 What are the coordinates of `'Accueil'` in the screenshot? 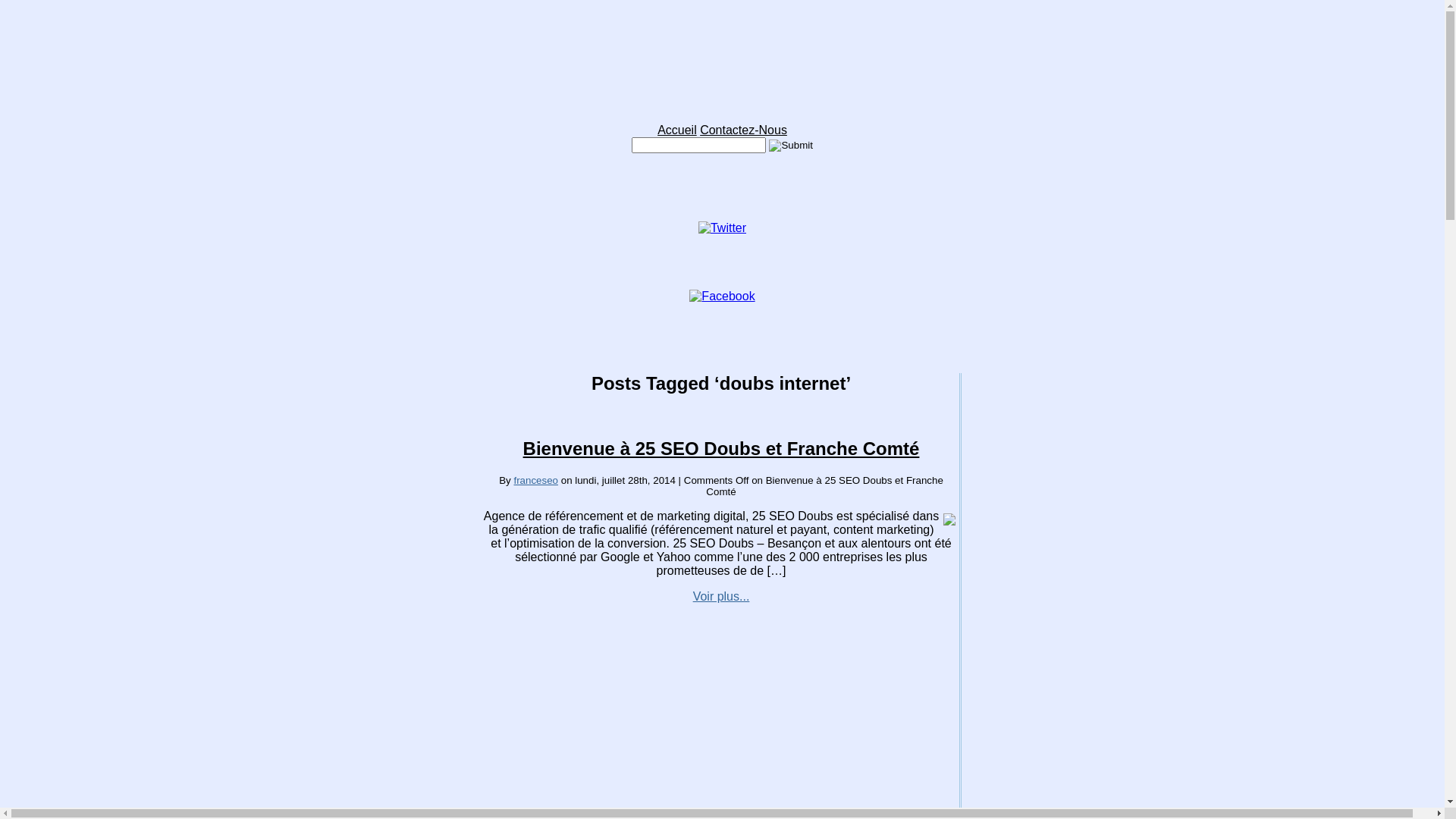 It's located at (676, 129).